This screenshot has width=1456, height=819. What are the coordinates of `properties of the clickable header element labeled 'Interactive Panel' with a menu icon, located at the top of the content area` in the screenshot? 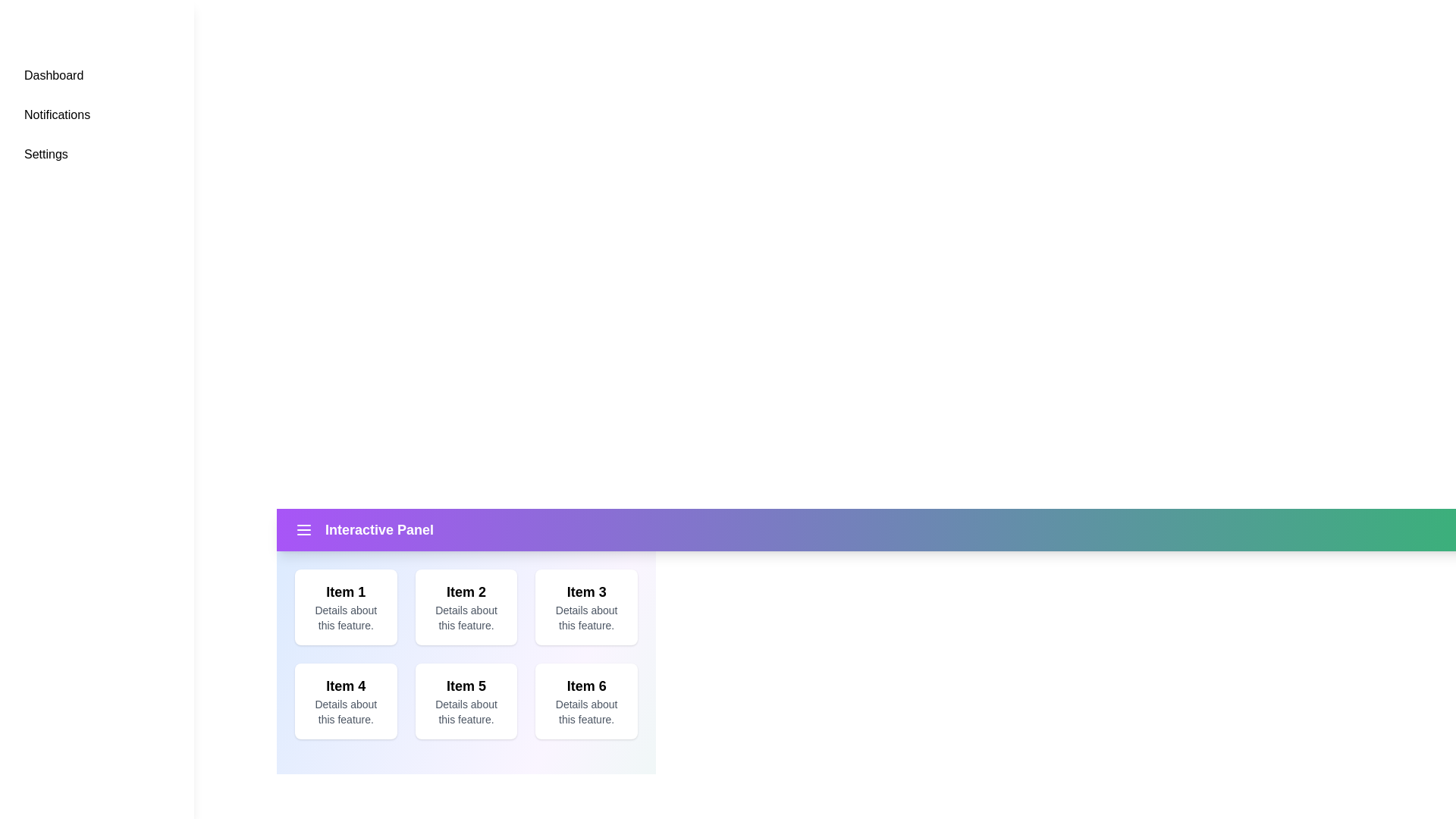 It's located at (364, 529).